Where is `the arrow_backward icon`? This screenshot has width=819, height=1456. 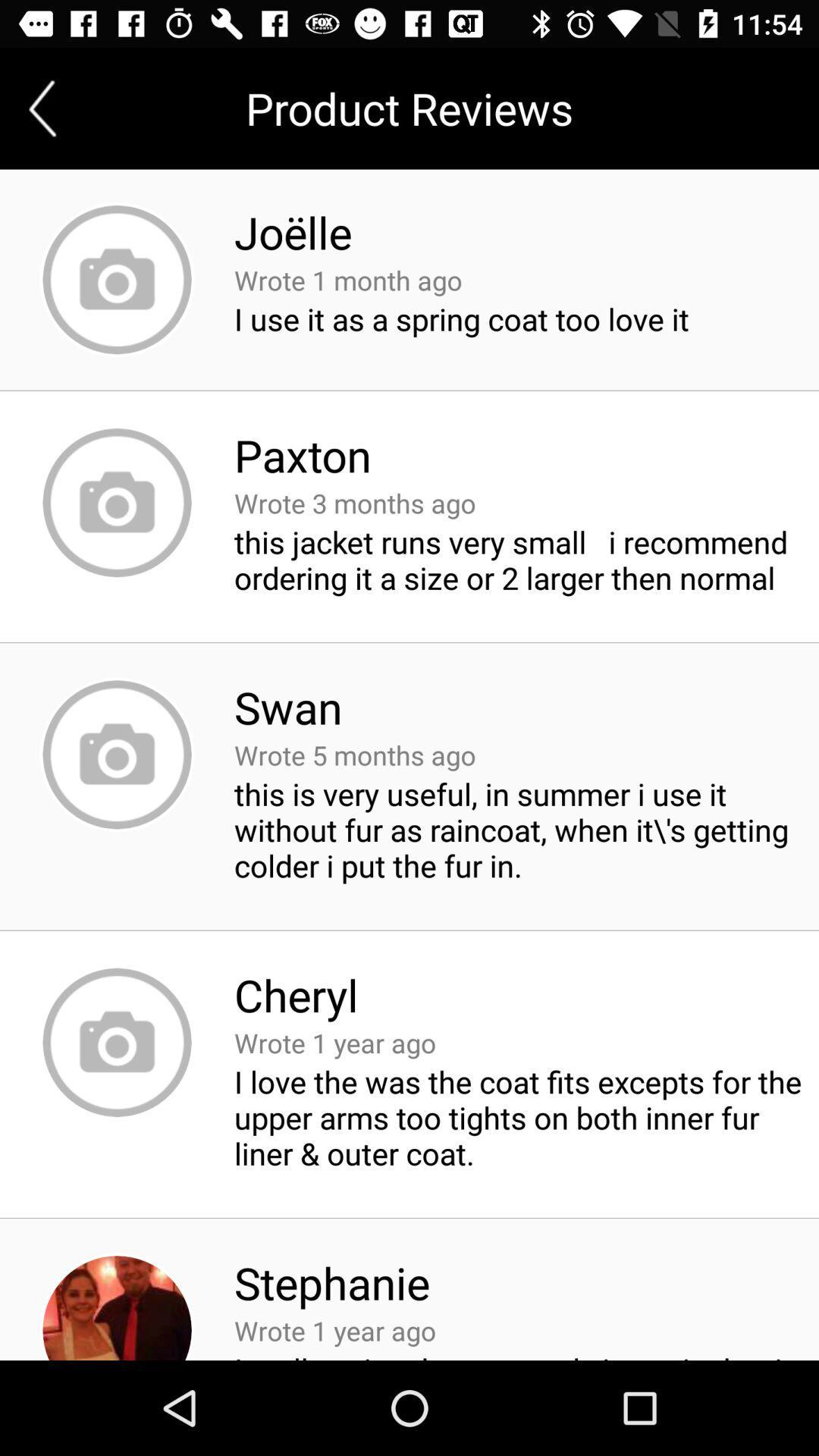
the arrow_backward icon is located at coordinates (42, 108).